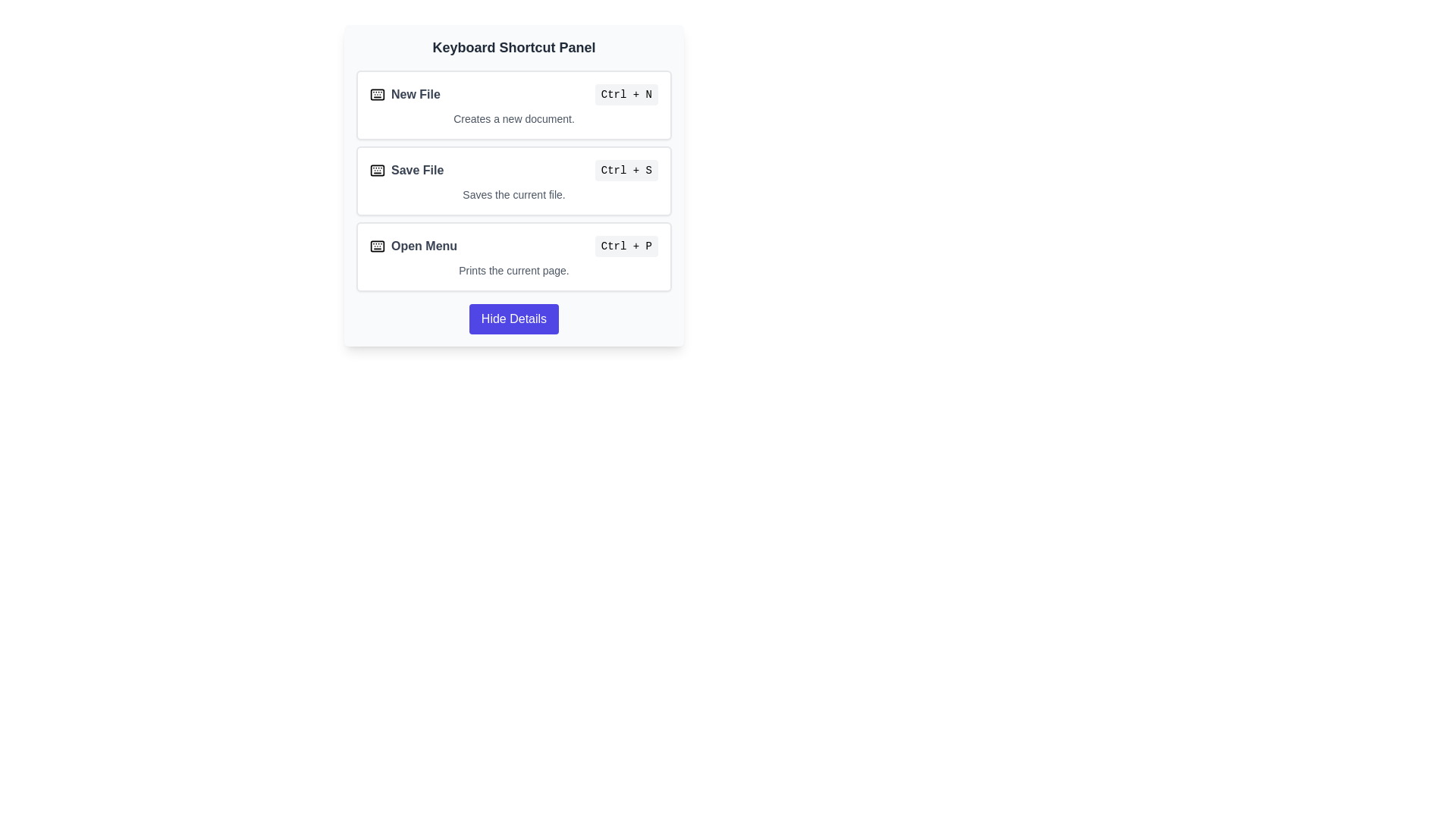  What do you see at coordinates (413, 245) in the screenshot?
I see `associated keyboard shortcut displayed in the Text with Icon element located in the Keyboard Shortcut Panel, specifically the shortcut 'Ctrl + P' which is on the third row after 'New File' and 'Save File'` at bounding box center [413, 245].